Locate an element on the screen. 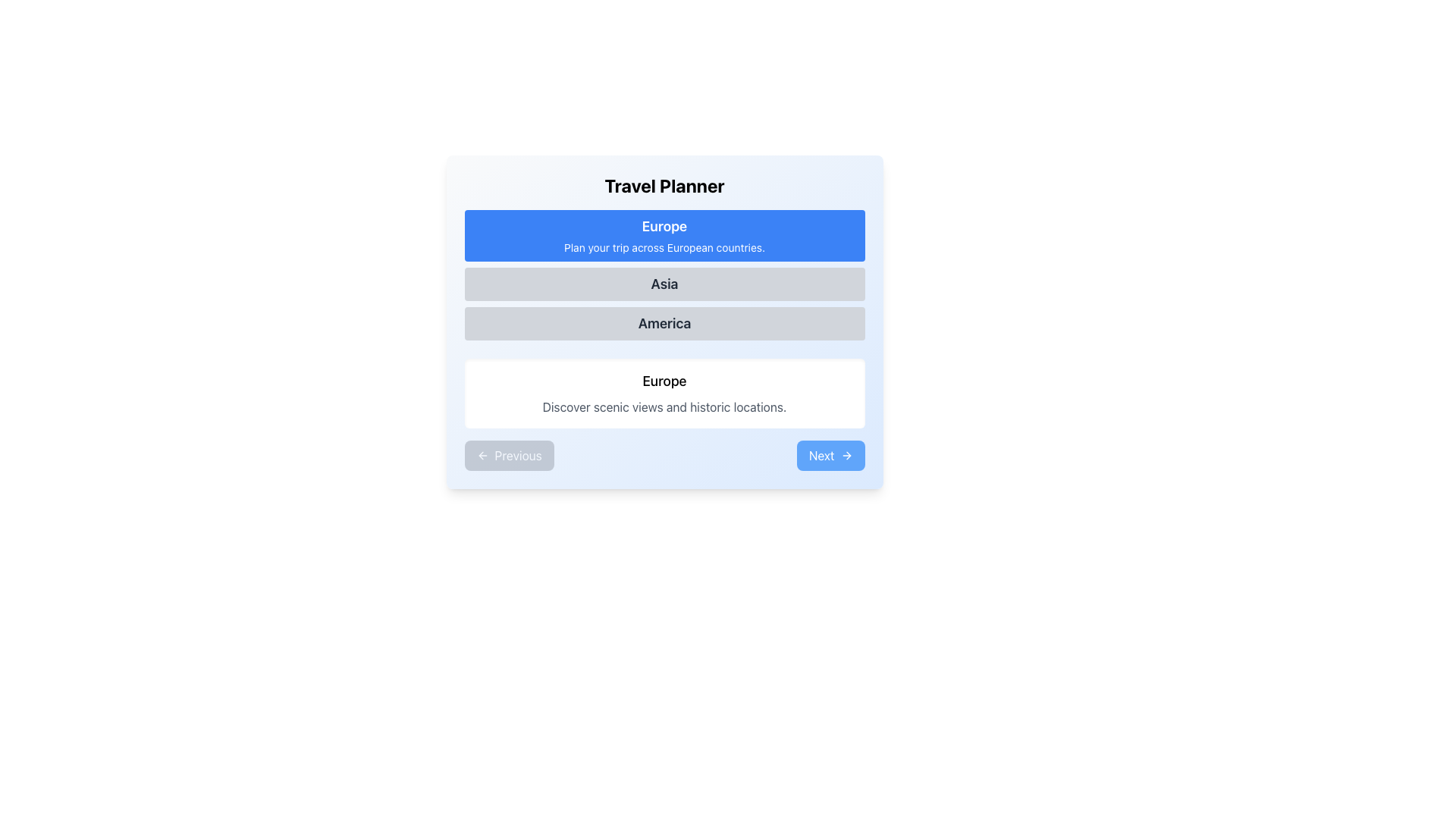 The height and width of the screenshot is (819, 1456). text block that contains the content 'Discover scenic views and historic locations.' styled in gray color, positioned below the 'Europe' heading in the 'Travel Planner' section is located at coordinates (664, 406).